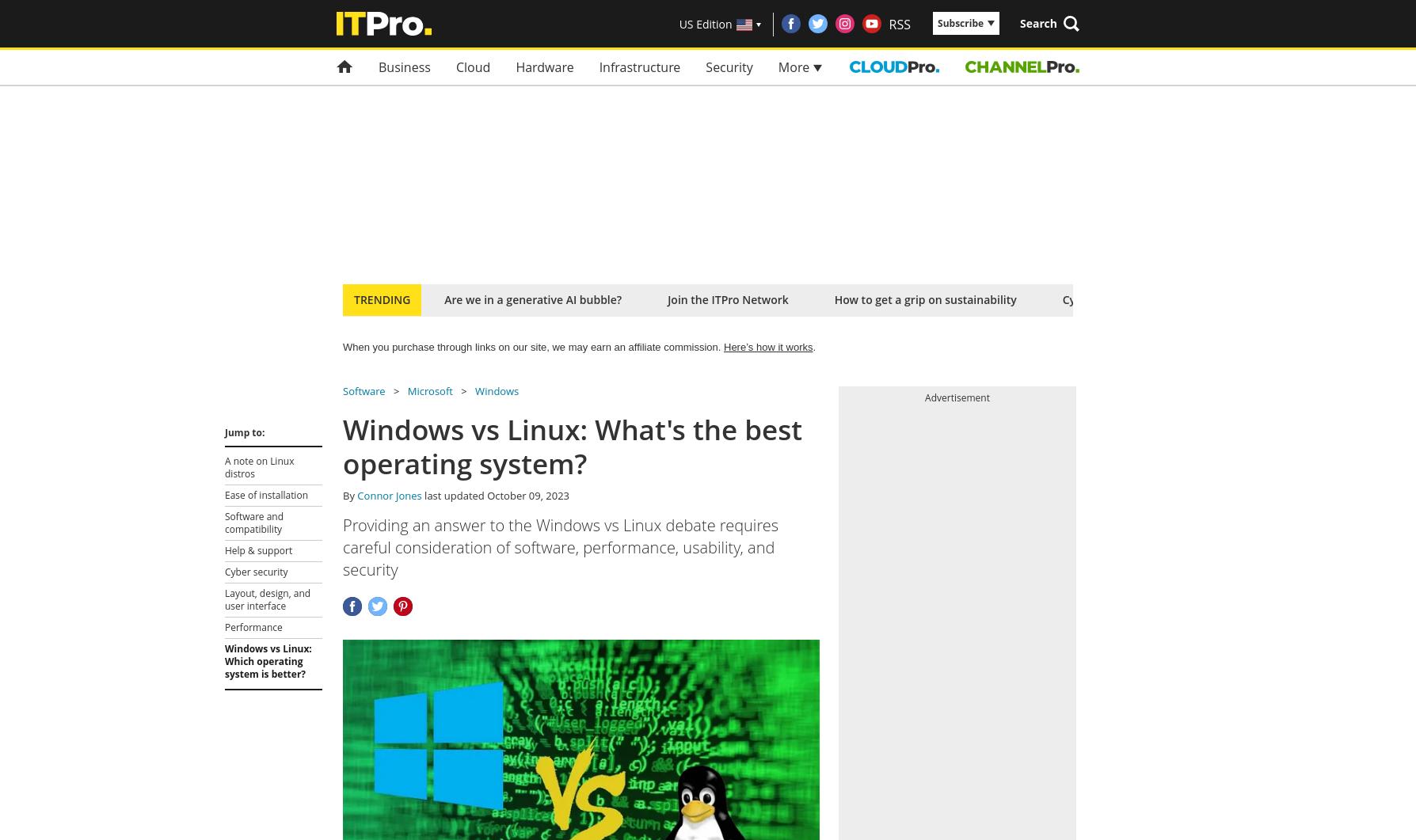 This screenshot has width=1416, height=840. I want to click on 'last updated', so click(454, 494).